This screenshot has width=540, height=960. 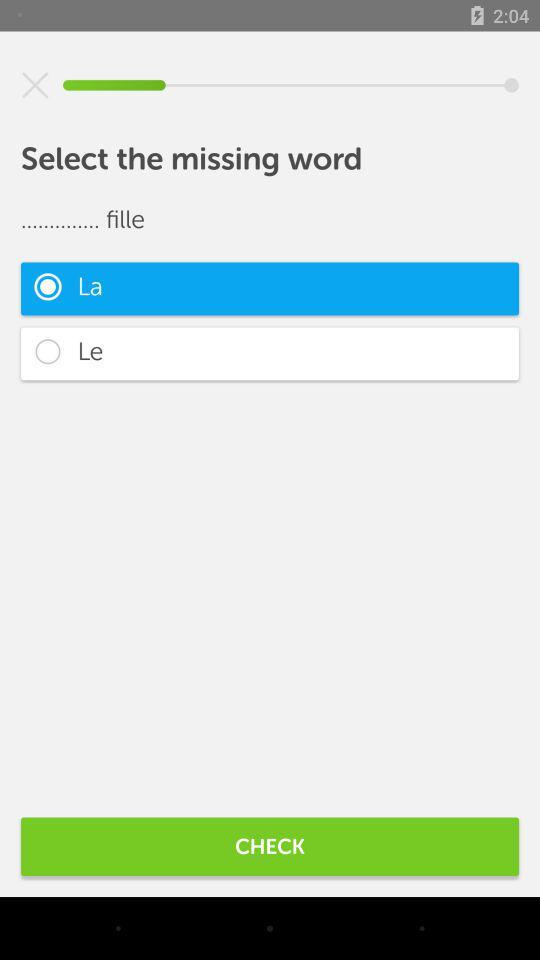 I want to click on the star icon, so click(x=35, y=85).